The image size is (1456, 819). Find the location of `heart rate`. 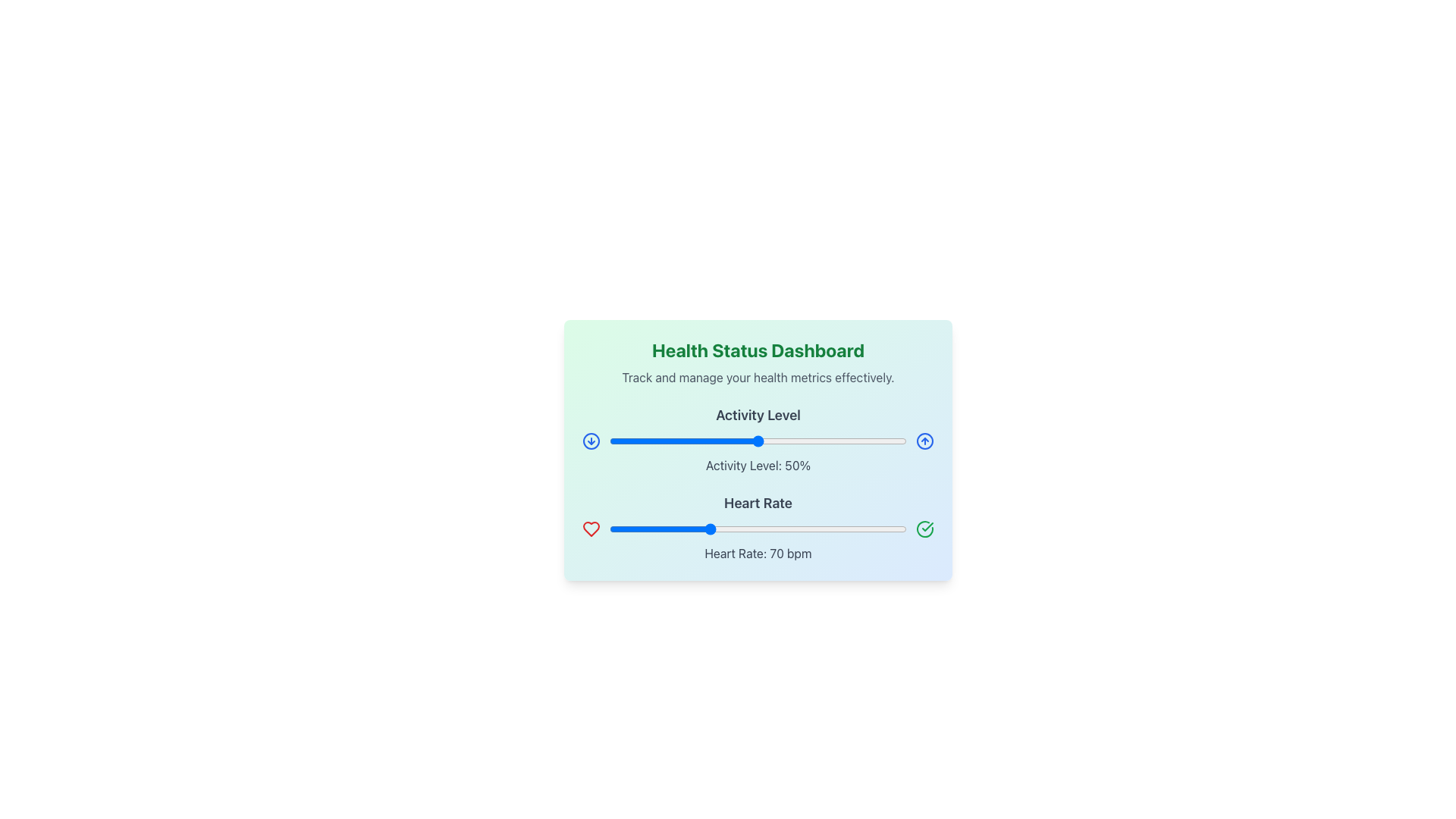

heart rate is located at coordinates (842, 529).